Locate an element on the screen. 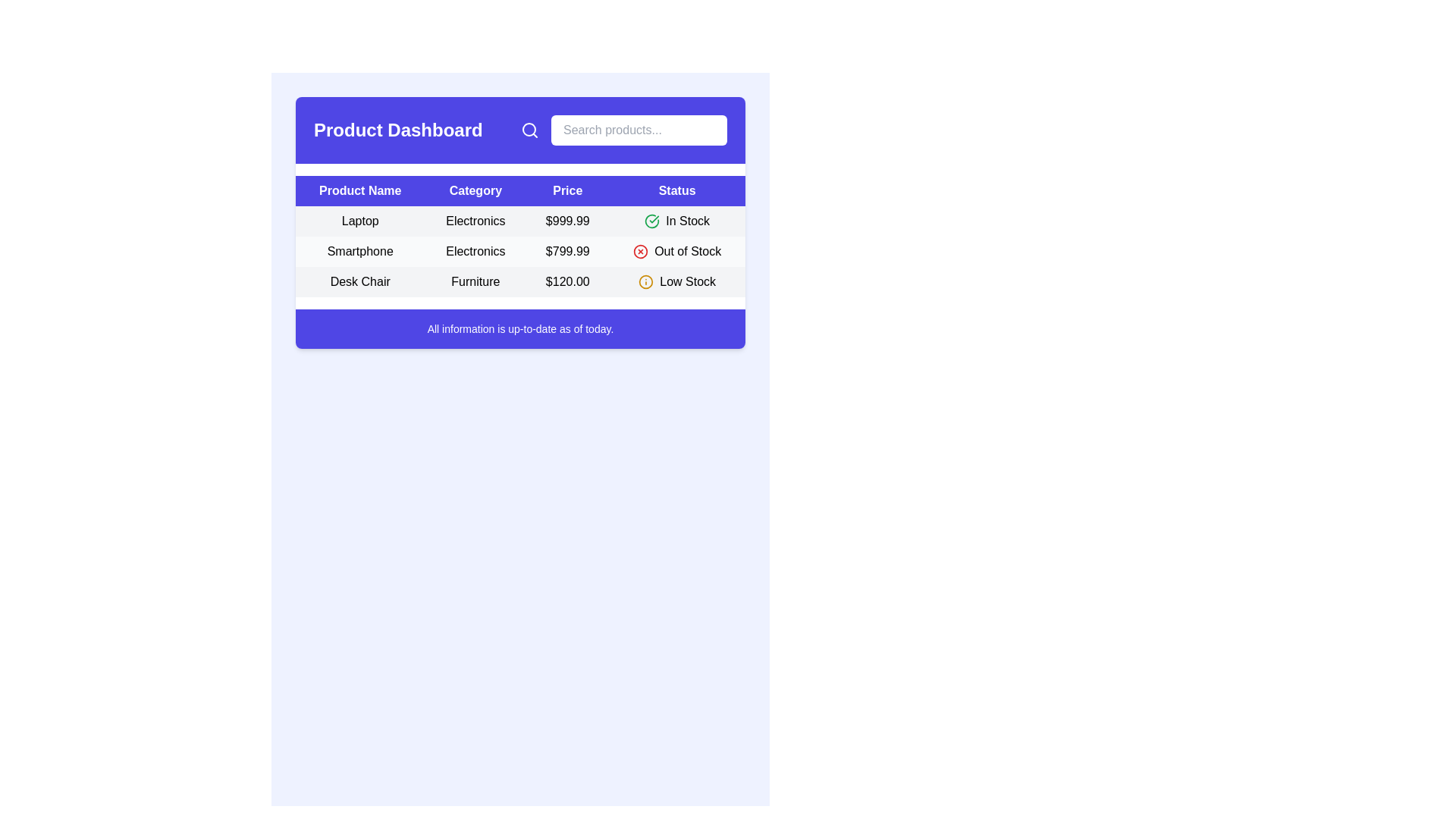 Image resolution: width=1456 pixels, height=819 pixels. the 'Product Name' text label, which has a blue background and white text, located in the upper left corner of the table header row is located at coordinates (359, 190).